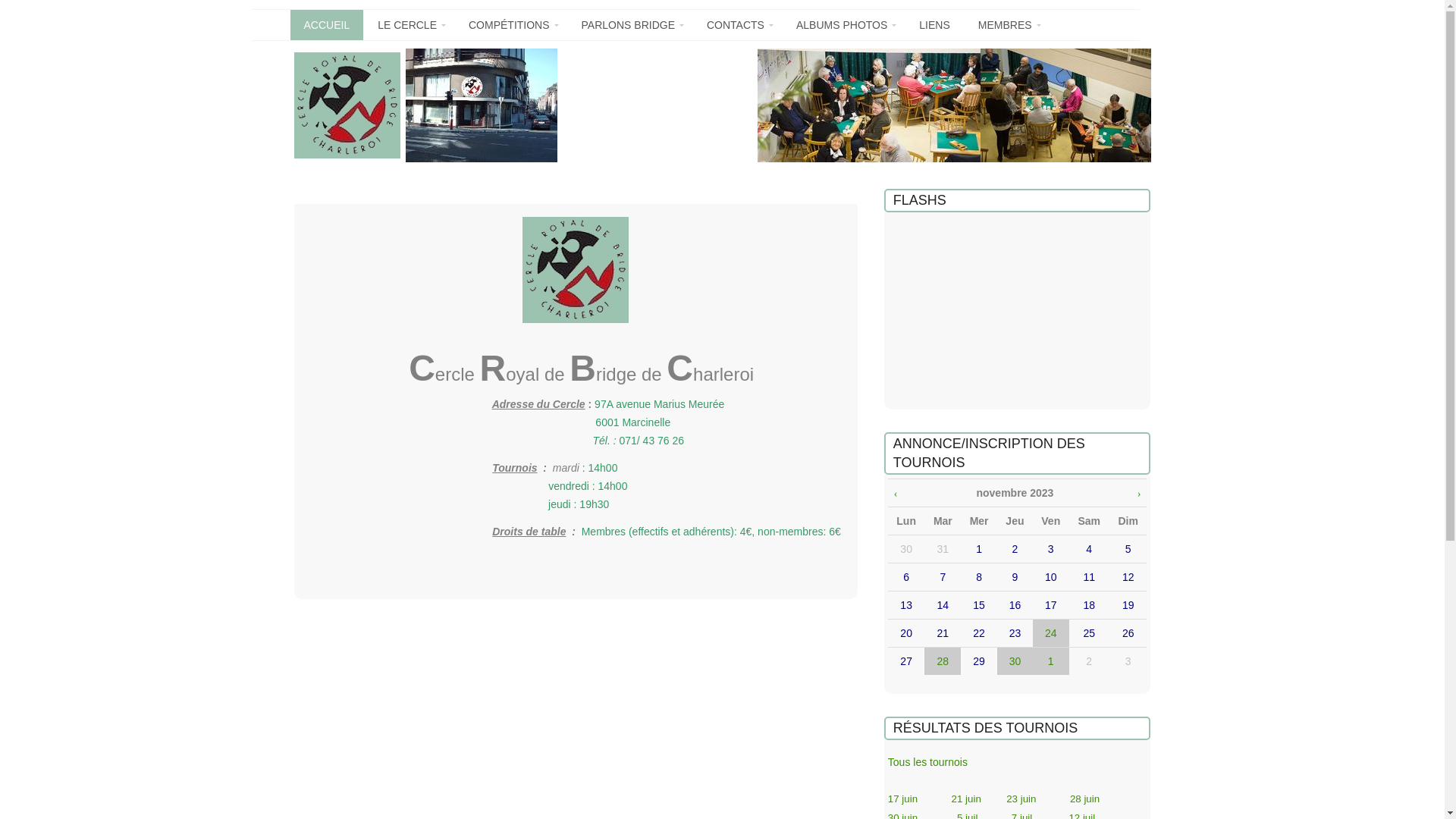 The height and width of the screenshot is (819, 1456). Describe the element at coordinates (1047, 660) in the screenshot. I see `'1'` at that location.